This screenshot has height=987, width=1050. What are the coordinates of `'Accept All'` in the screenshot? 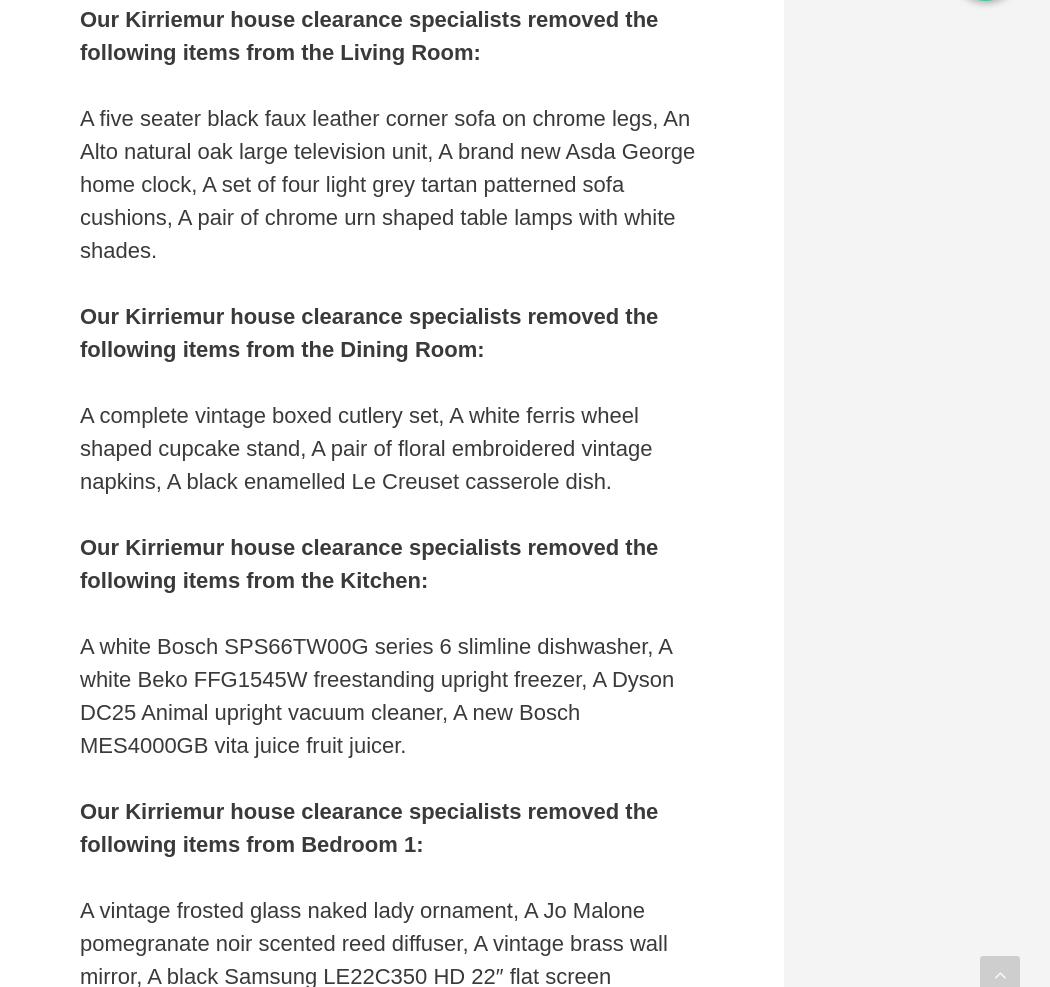 It's located at (278, 780).